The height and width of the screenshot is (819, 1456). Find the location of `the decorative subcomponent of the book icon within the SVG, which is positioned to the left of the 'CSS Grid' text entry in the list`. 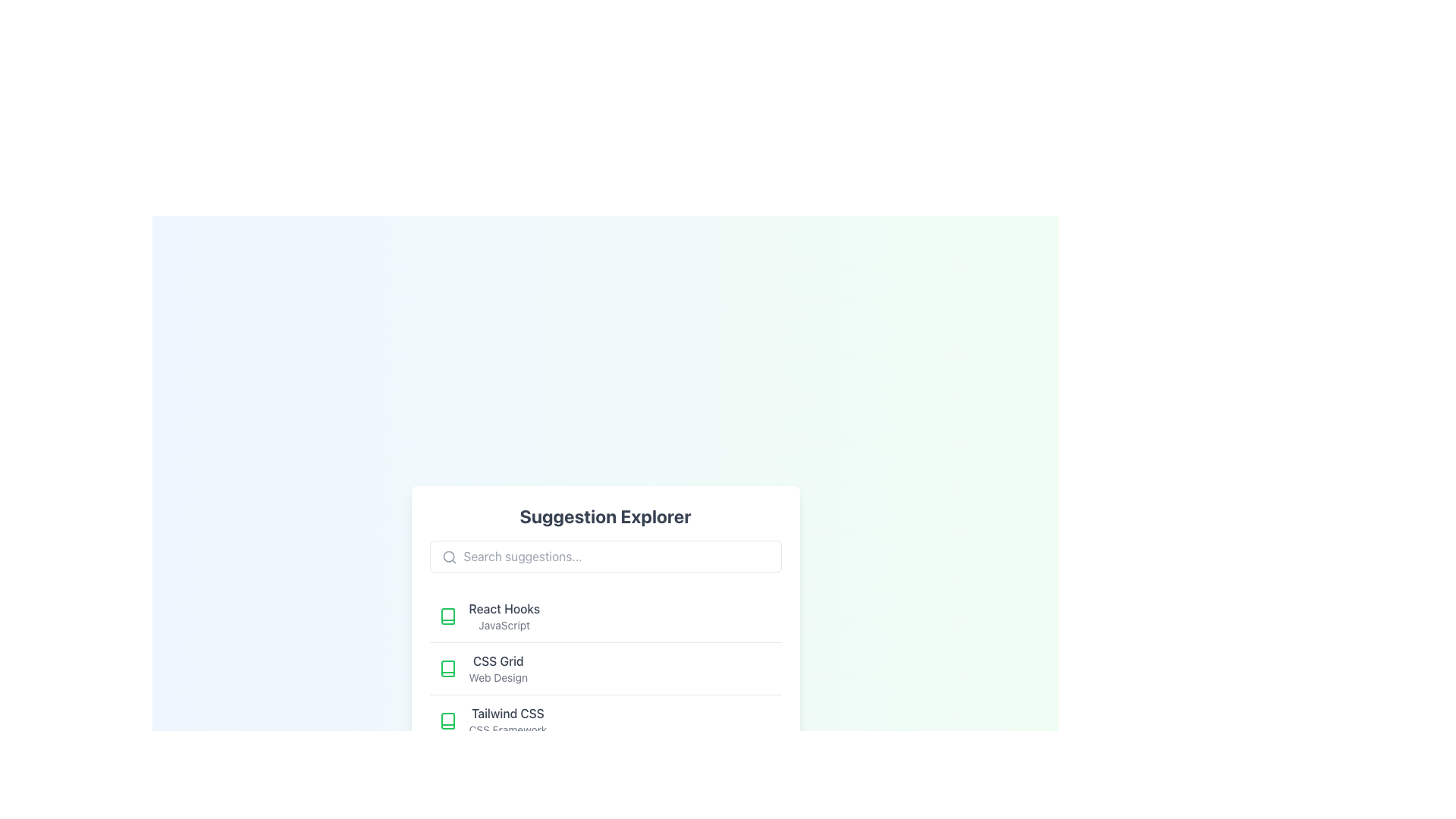

the decorative subcomponent of the book icon within the SVG, which is positioned to the left of the 'CSS Grid' text entry in the list is located at coordinates (447, 668).